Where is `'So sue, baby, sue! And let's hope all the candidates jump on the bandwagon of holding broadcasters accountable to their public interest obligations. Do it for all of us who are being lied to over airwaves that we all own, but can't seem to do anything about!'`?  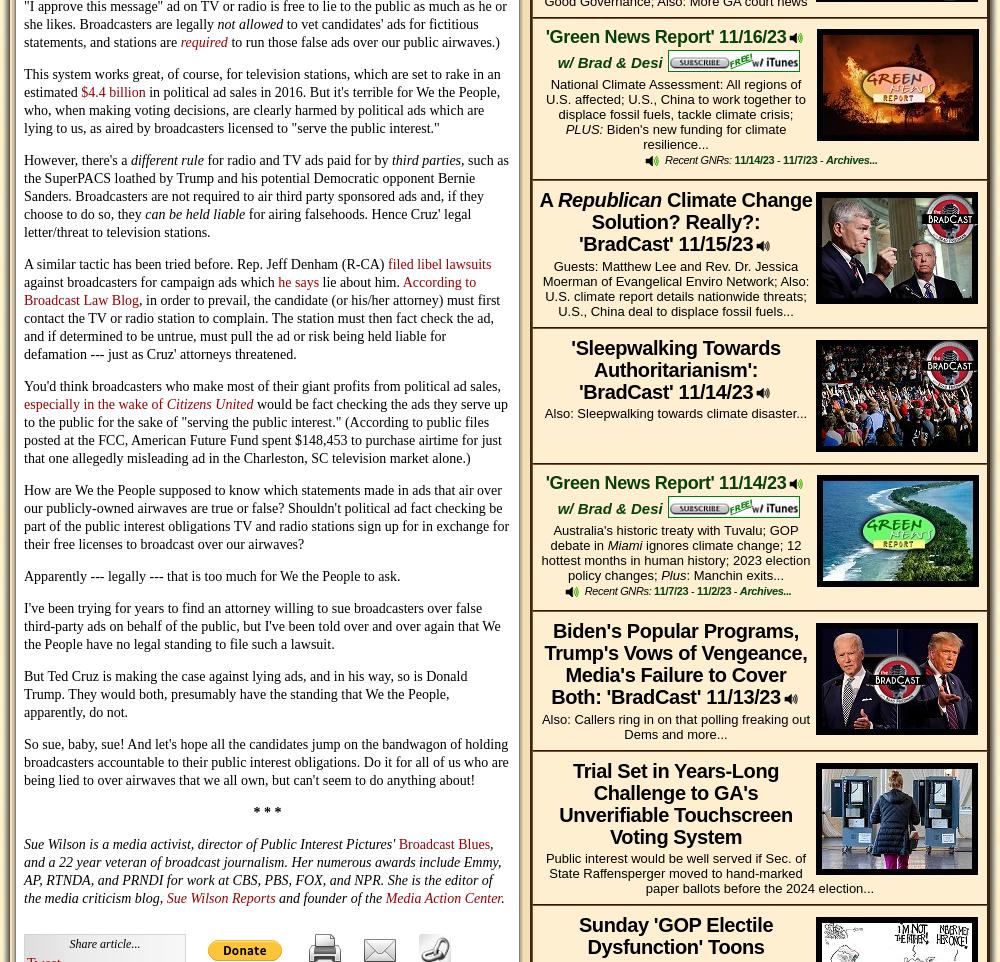 'So sue, baby, sue! And let's hope all the candidates jump on the bandwagon of holding broadcasters accountable to their public interest obligations. Do it for all of us who are being lied to over airwaves that we all own, but can't seem to do anything about!' is located at coordinates (24, 762).